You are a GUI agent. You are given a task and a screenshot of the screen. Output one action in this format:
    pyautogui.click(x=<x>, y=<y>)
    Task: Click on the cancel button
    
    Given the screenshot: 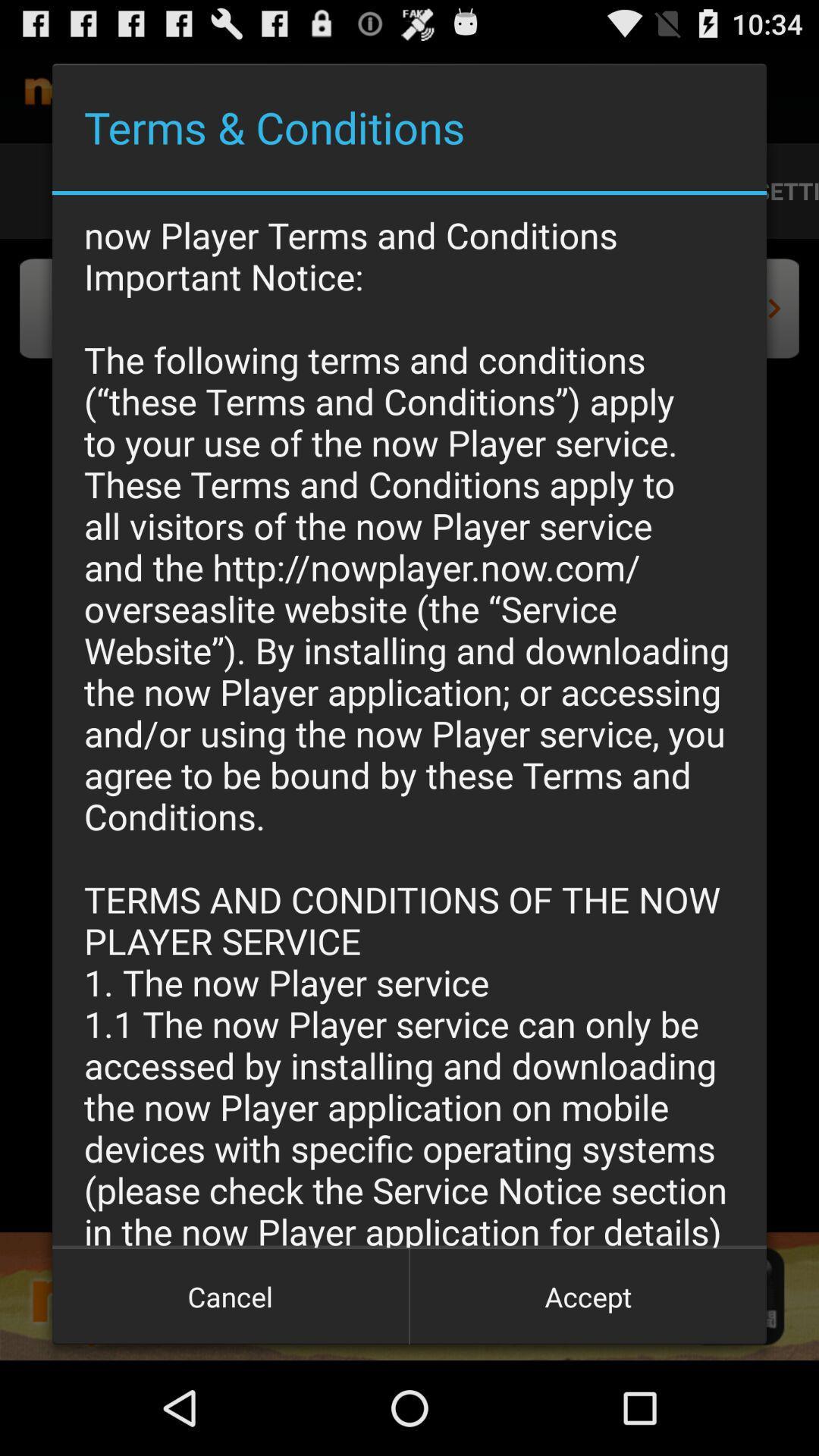 What is the action you would take?
    pyautogui.click(x=231, y=1295)
    